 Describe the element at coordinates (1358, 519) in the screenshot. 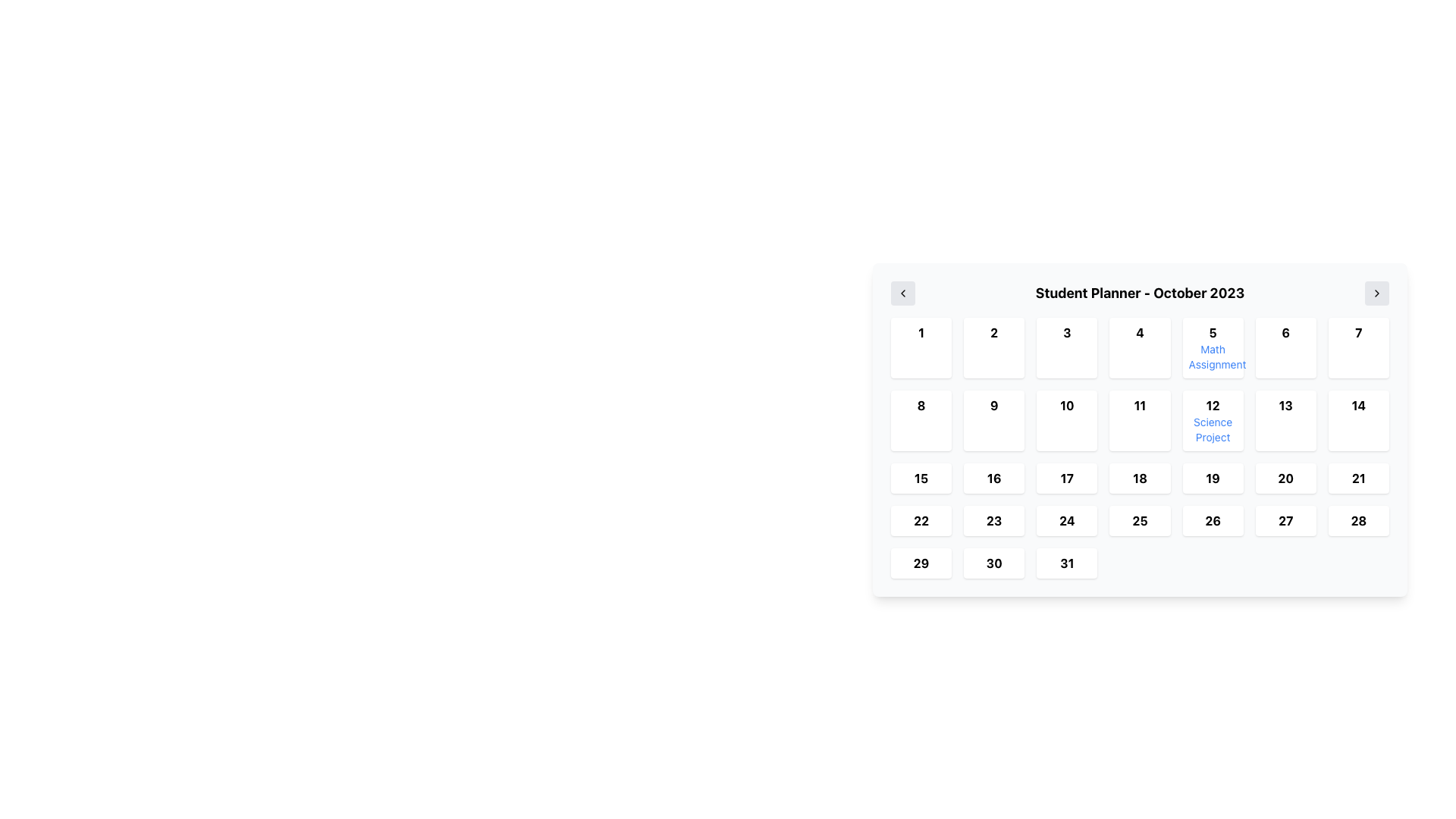

I see `the Date cell representing the 28th day of the month in the calendar grid` at that location.